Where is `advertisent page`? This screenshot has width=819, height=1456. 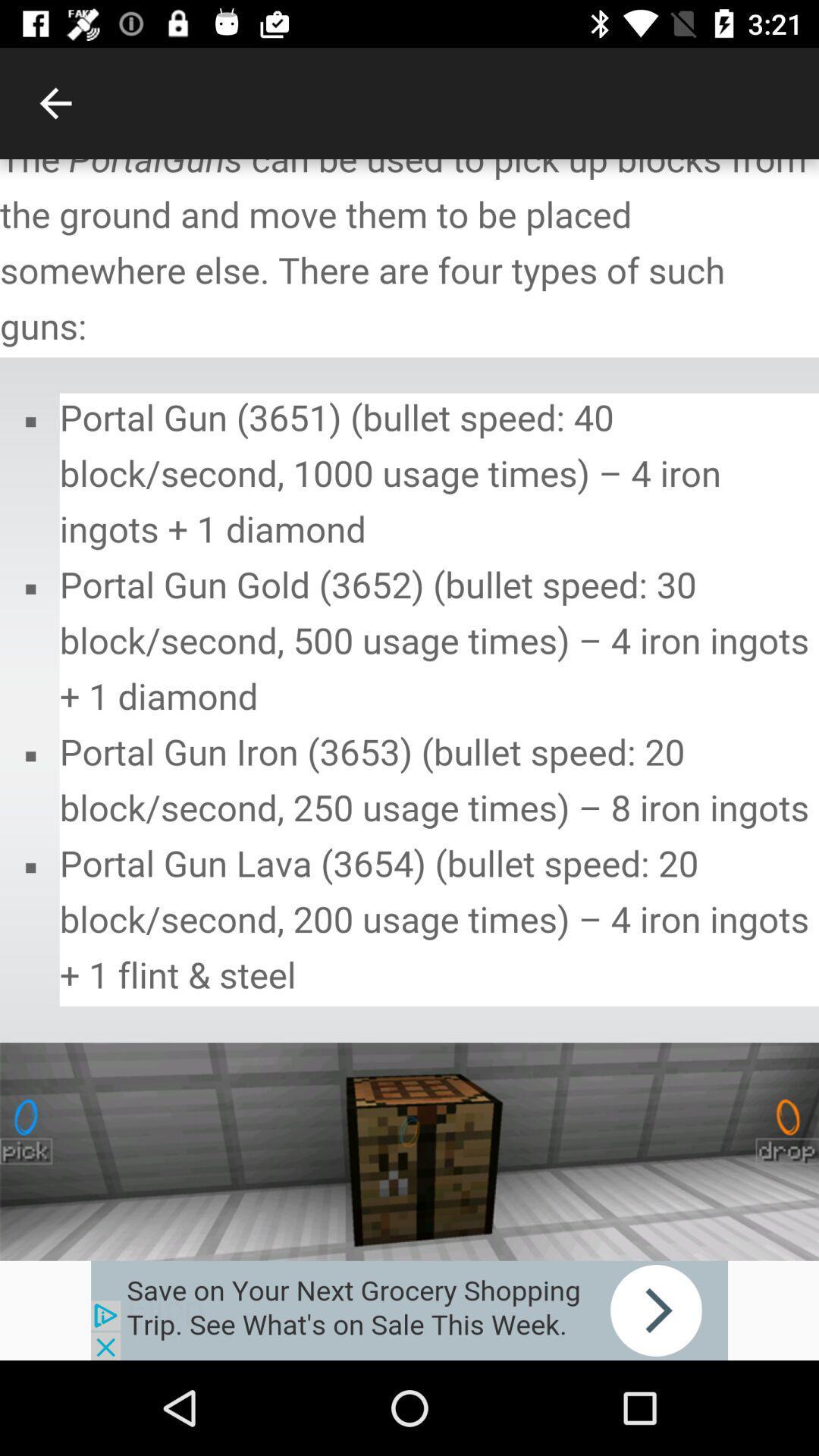
advertisent page is located at coordinates (409, 1310).